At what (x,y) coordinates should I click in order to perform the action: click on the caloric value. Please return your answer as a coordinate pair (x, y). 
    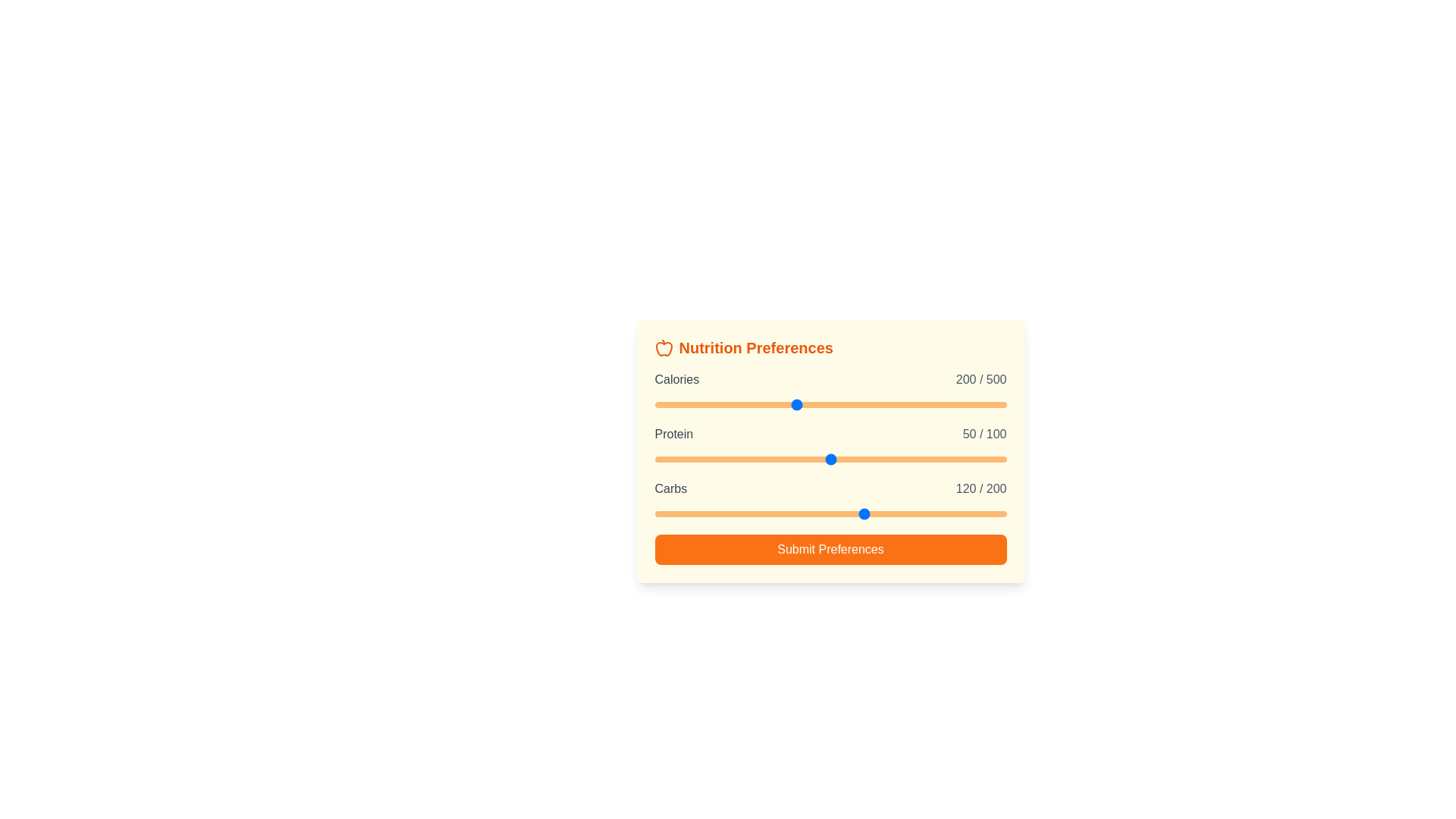
    Looking at the image, I should click on (757, 403).